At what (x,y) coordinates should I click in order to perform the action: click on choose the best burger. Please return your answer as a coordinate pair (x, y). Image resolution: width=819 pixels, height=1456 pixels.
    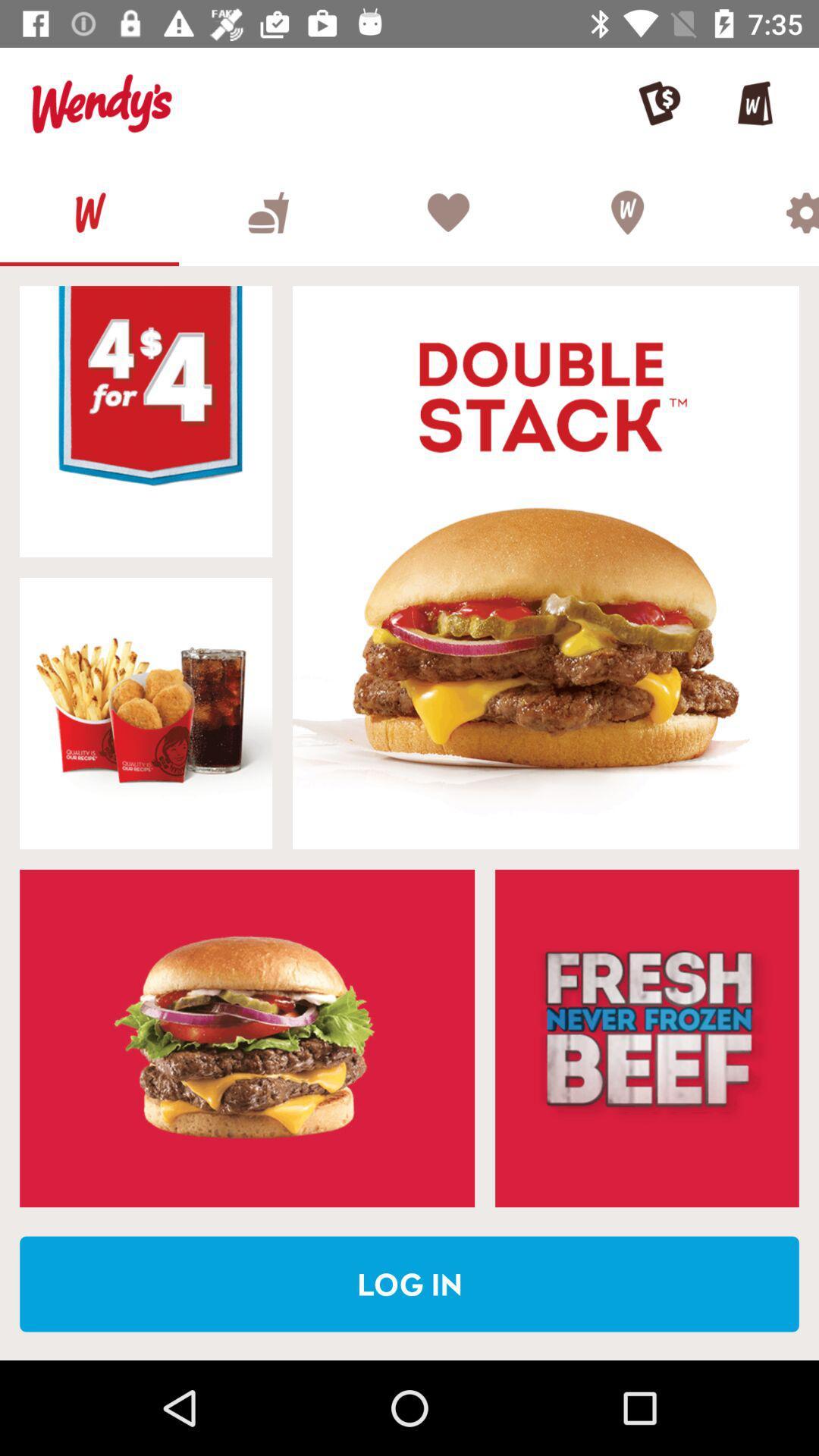
    Looking at the image, I should click on (268, 212).